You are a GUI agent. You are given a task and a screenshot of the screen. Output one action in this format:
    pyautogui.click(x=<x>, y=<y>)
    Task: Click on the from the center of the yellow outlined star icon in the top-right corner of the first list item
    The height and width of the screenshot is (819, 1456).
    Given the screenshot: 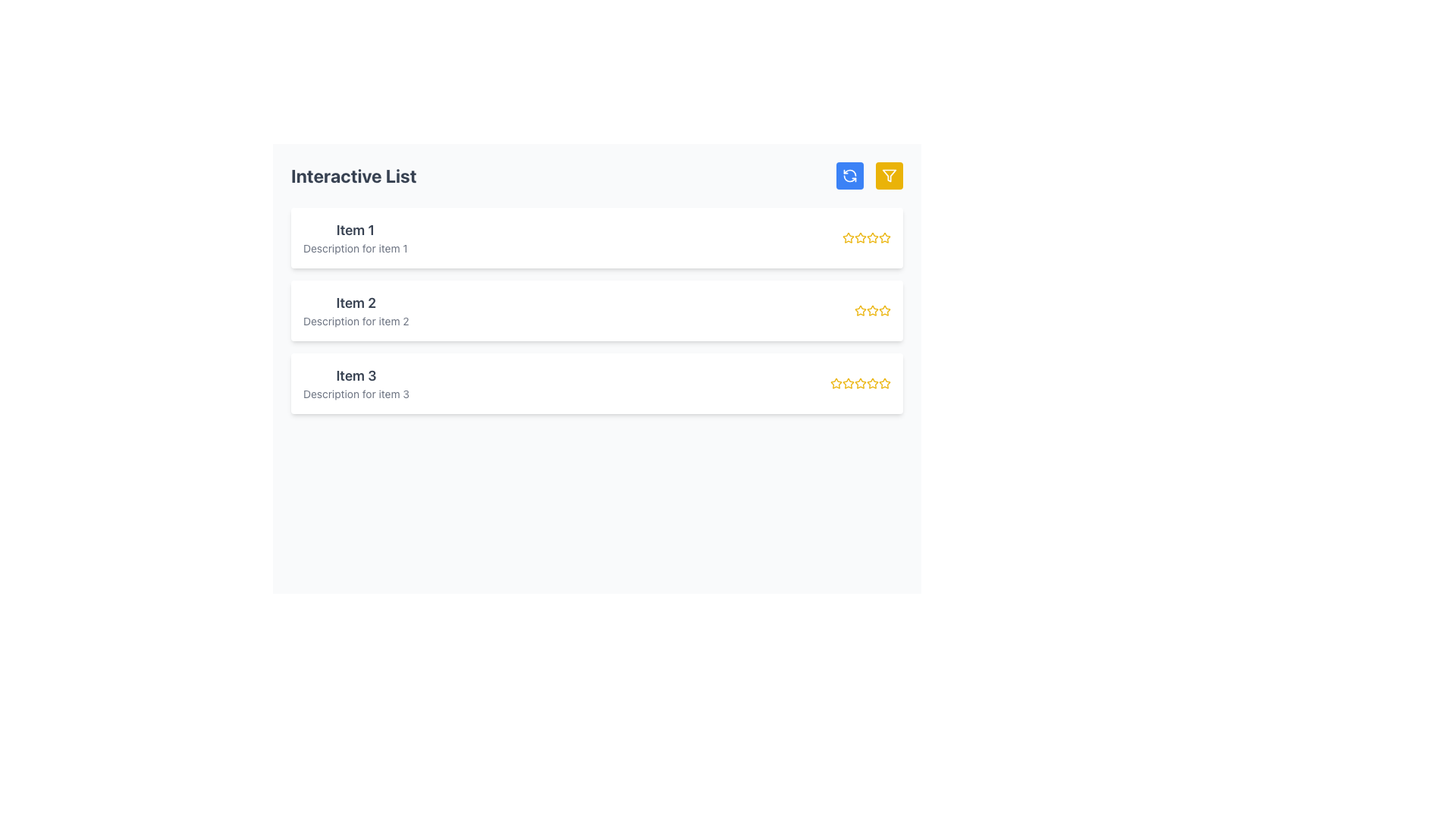 What is the action you would take?
    pyautogui.click(x=884, y=237)
    